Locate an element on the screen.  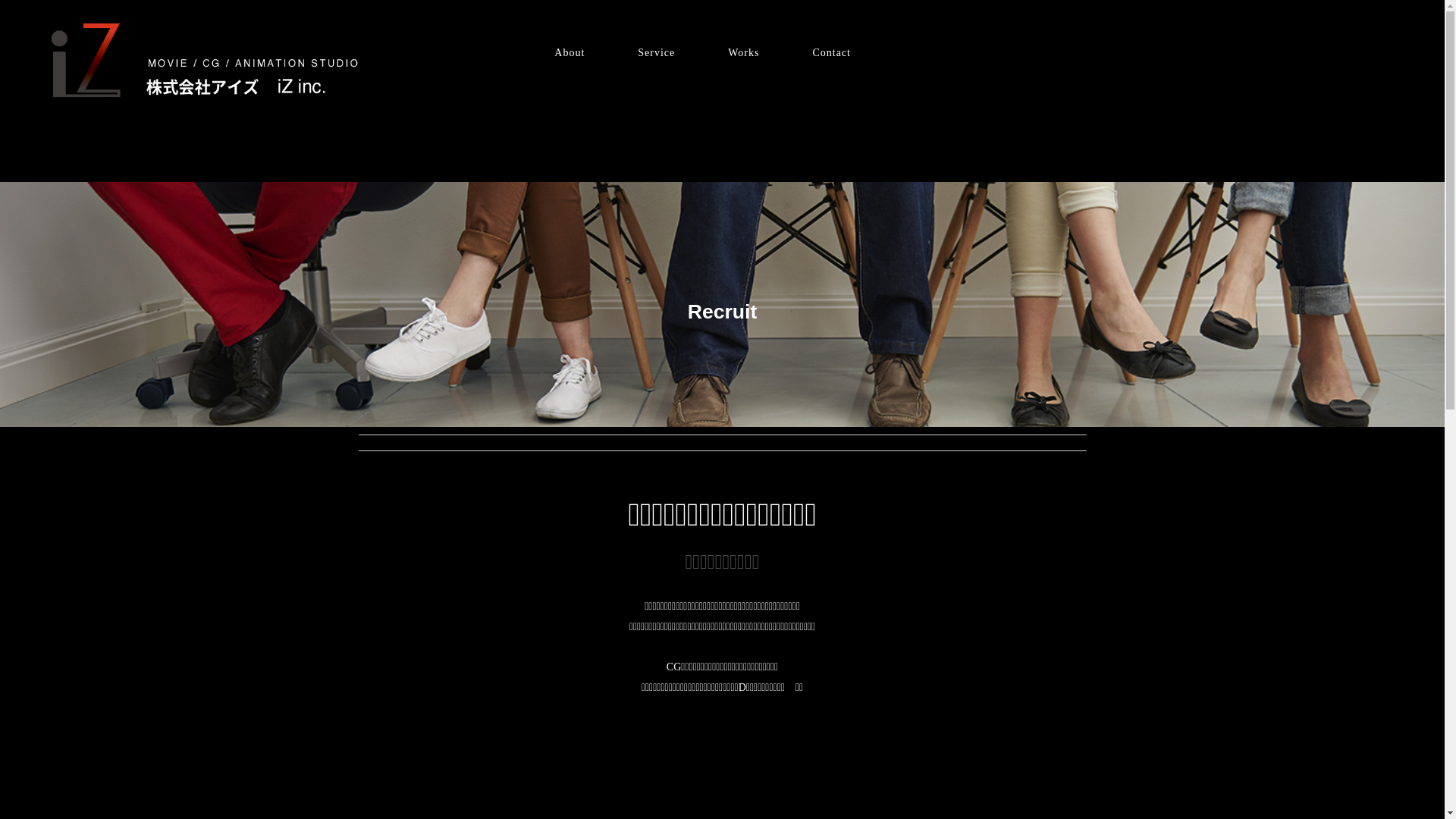
'About' is located at coordinates (568, 52).